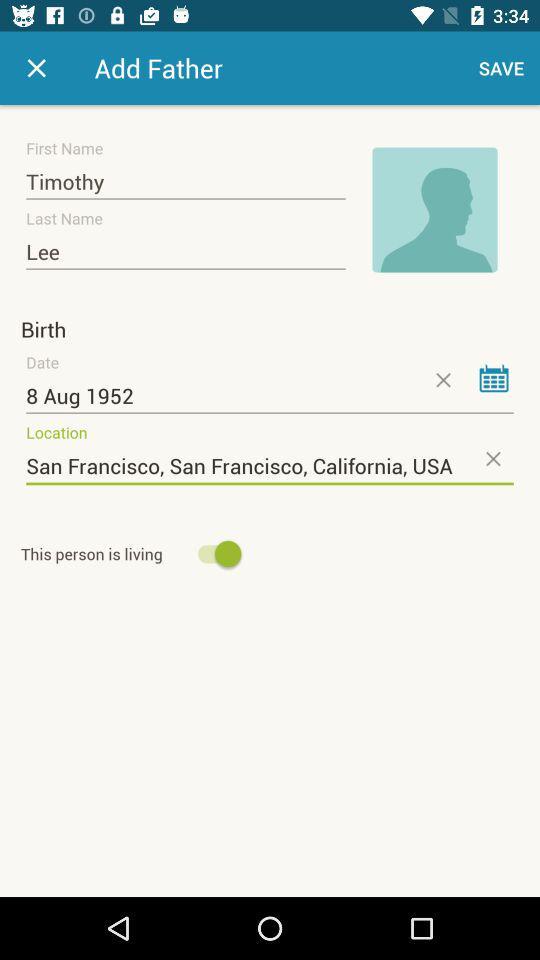 Image resolution: width=540 pixels, height=960 pixels. Describe the element at coordinates (491, 458) in the screenshot. I see `erase location text` at that location.